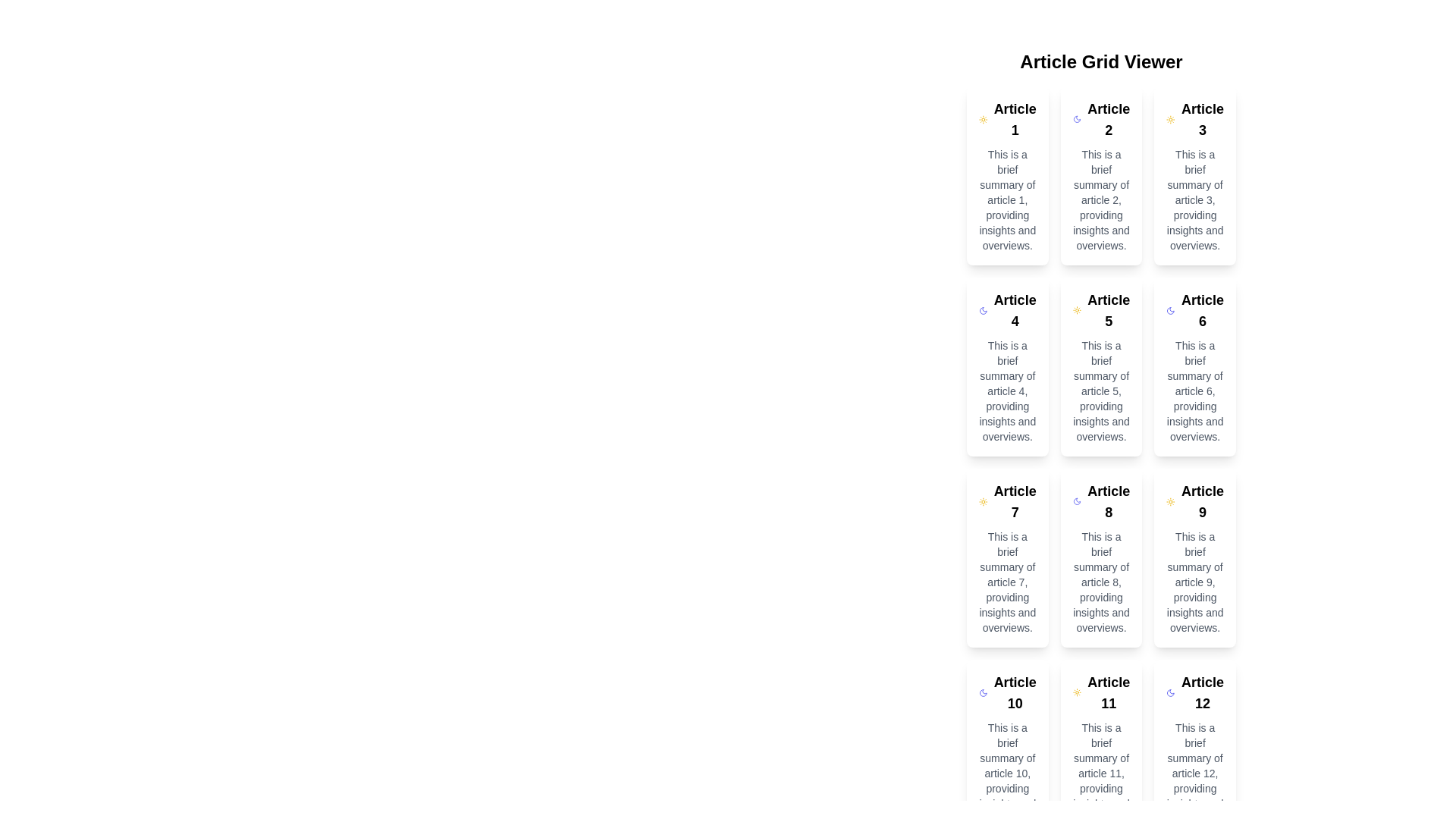  What do you see at coordinates (1109, 119) in the screenshot?
I see `the title text label of the article card, which is the second item in the top row of the 'Article Grid Viewer'` at bounding box center [1109, 119].